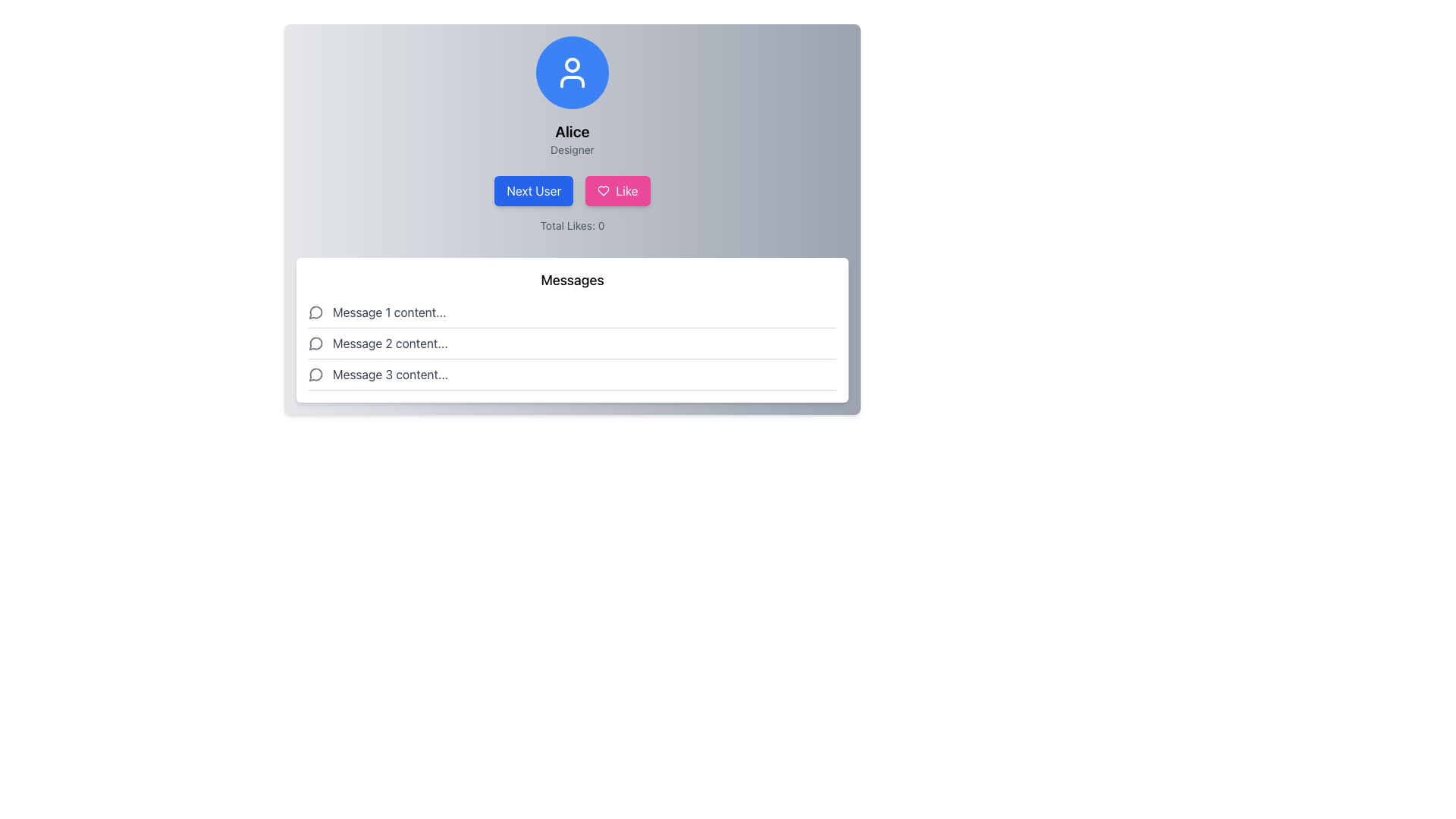 This screenshot has height=819, width=1456. What do you see at coordinates (571, 64) in the screenshot?
I see `the non-interactive decorative circle element of the user avatar, which is located above the text displaying 'Alice' and the buttons labeled 'Next User' and 'Like'` at bounding box center [571, 64].